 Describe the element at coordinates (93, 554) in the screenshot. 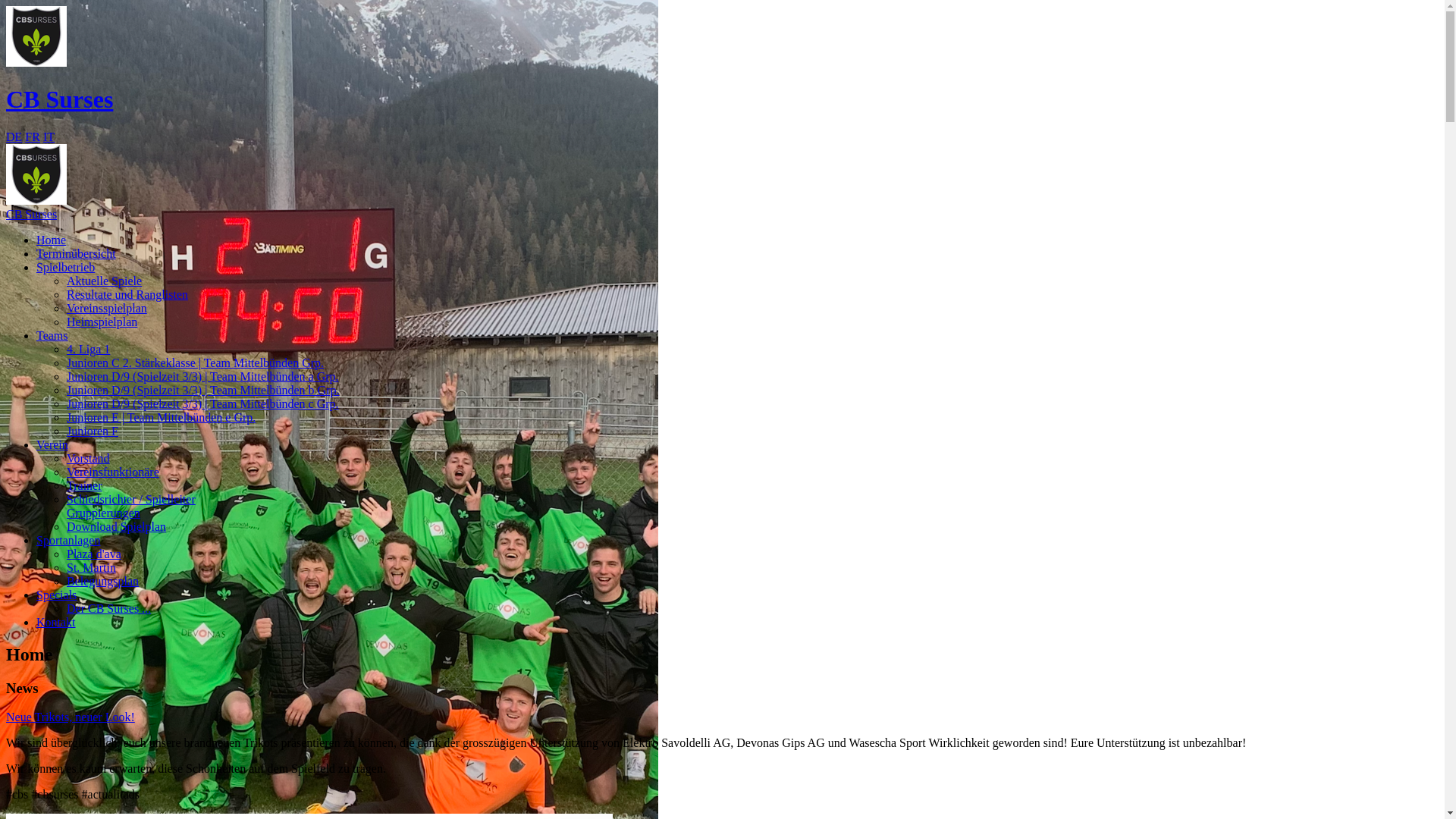

I see `'Plaza d'ava'` at that location.